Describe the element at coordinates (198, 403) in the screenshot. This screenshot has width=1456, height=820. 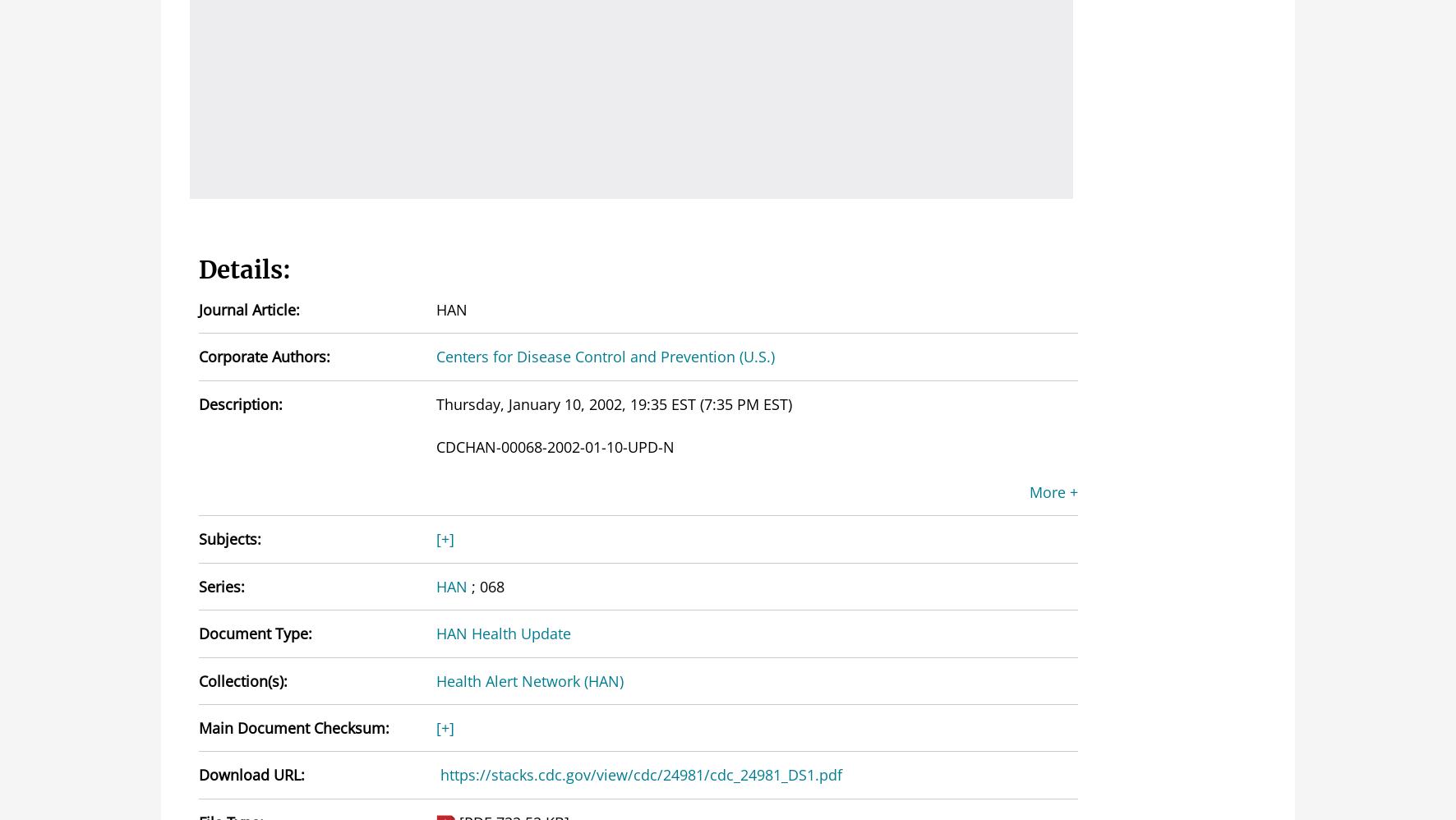
I see `'Description:'` at that location.